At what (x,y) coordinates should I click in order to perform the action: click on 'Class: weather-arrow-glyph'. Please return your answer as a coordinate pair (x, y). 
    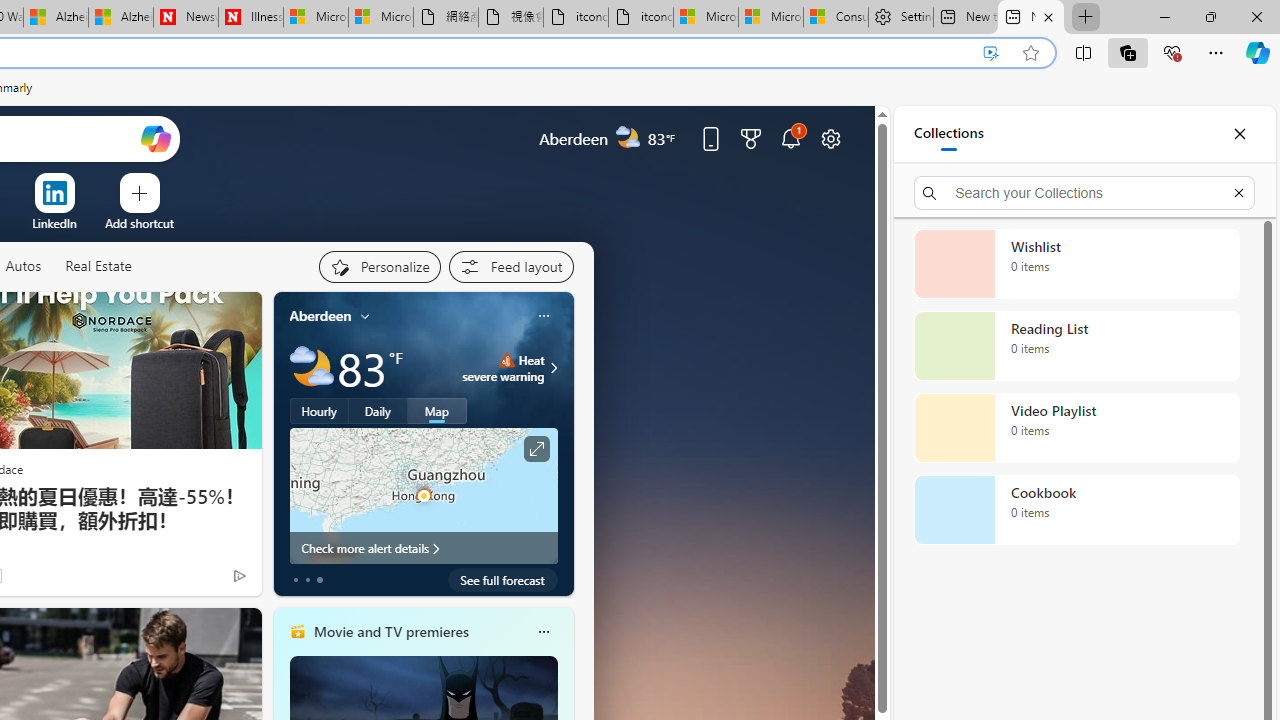
    Looking at the image, I should click on (554, 367).